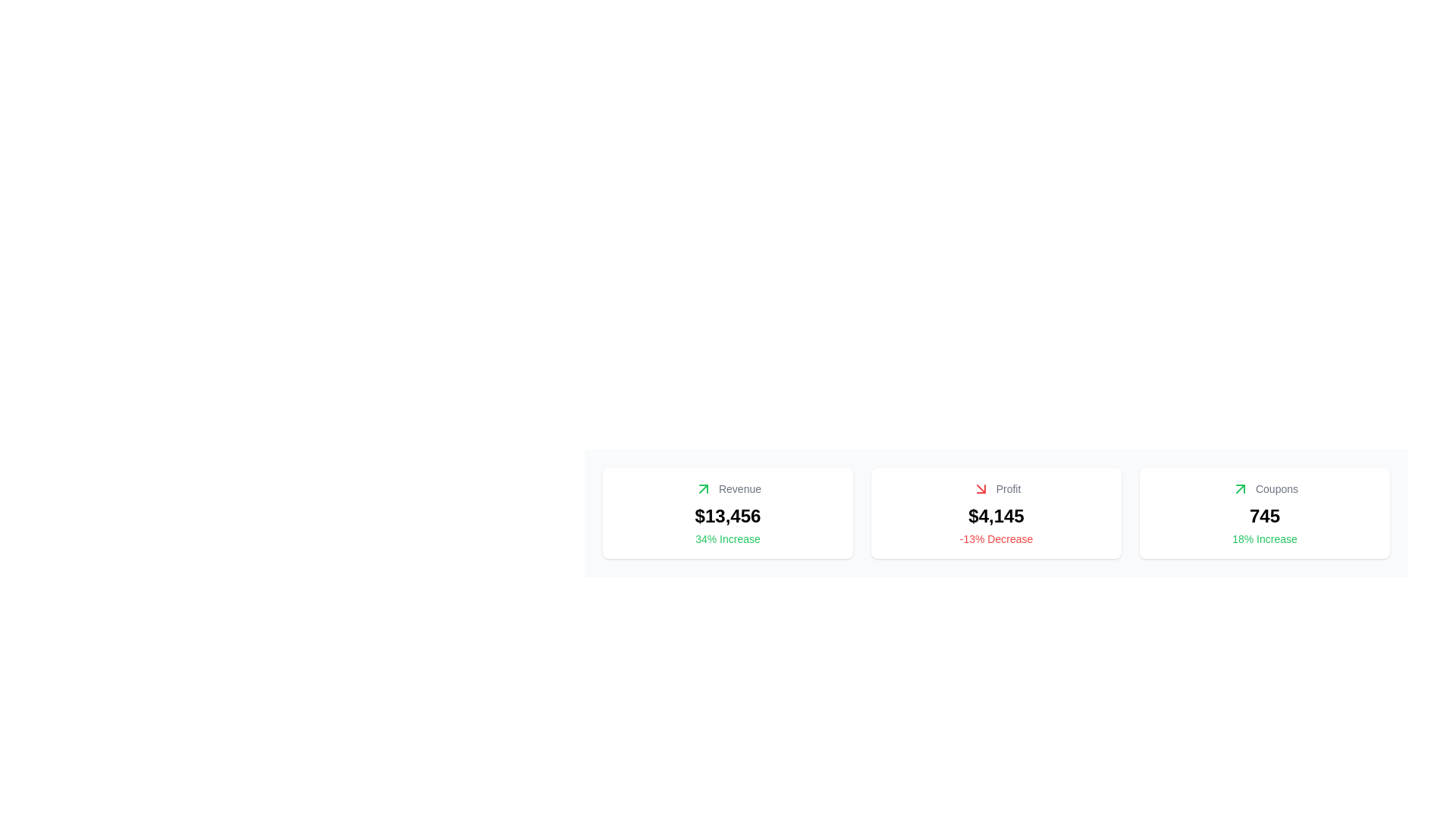  Describe the element at coordinates (702, 488) in the screenshot. I see `the green arrow icon pointing diagonally upwards to the right, which is positioned to the left of the text 'Revenue'` at that location.